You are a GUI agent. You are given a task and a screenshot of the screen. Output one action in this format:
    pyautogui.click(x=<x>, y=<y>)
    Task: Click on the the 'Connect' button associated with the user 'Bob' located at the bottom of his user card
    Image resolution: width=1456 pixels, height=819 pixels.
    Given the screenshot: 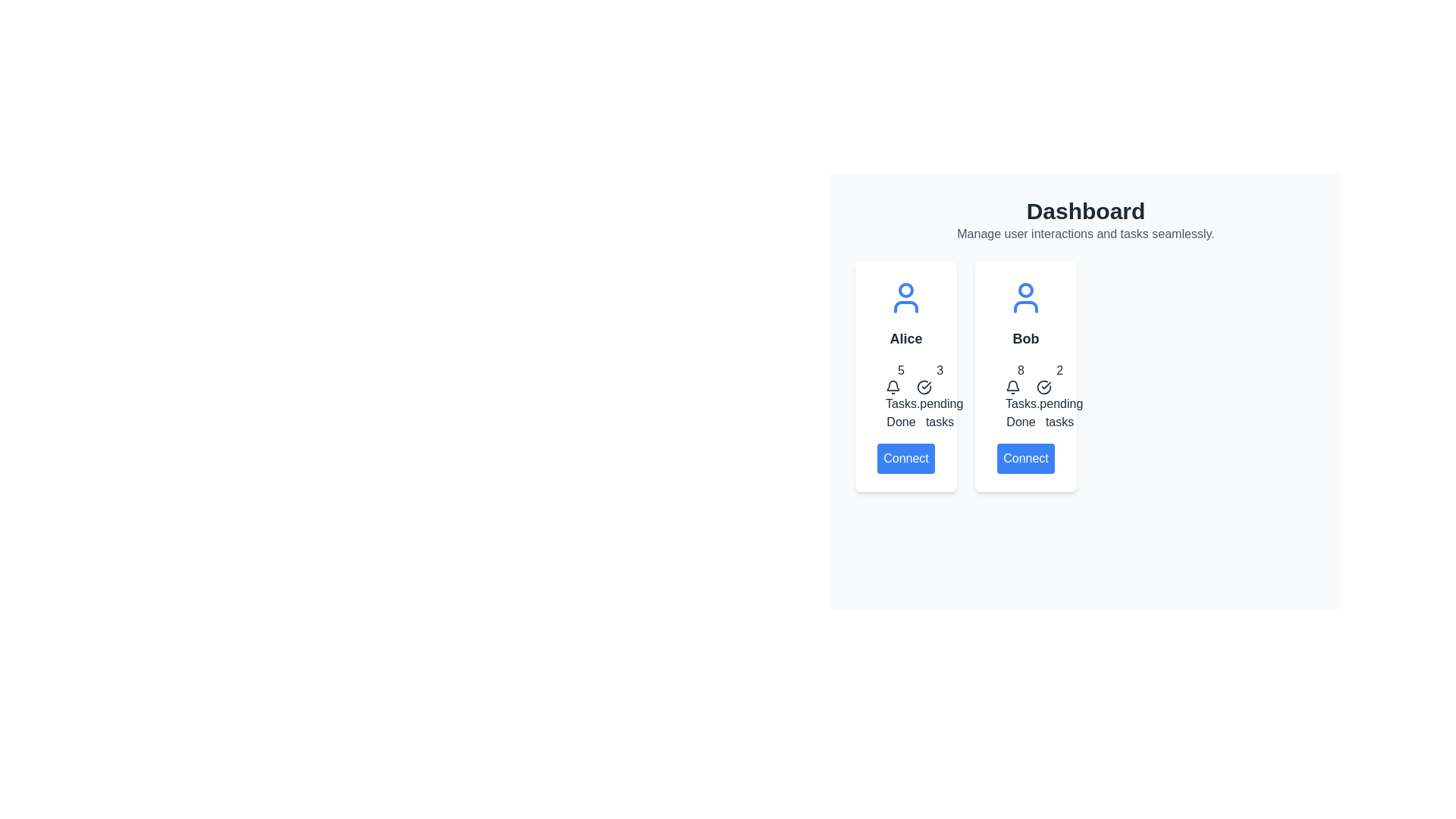 What is the action you would take?
    pyautogui.click(x=1026, y=458)
    